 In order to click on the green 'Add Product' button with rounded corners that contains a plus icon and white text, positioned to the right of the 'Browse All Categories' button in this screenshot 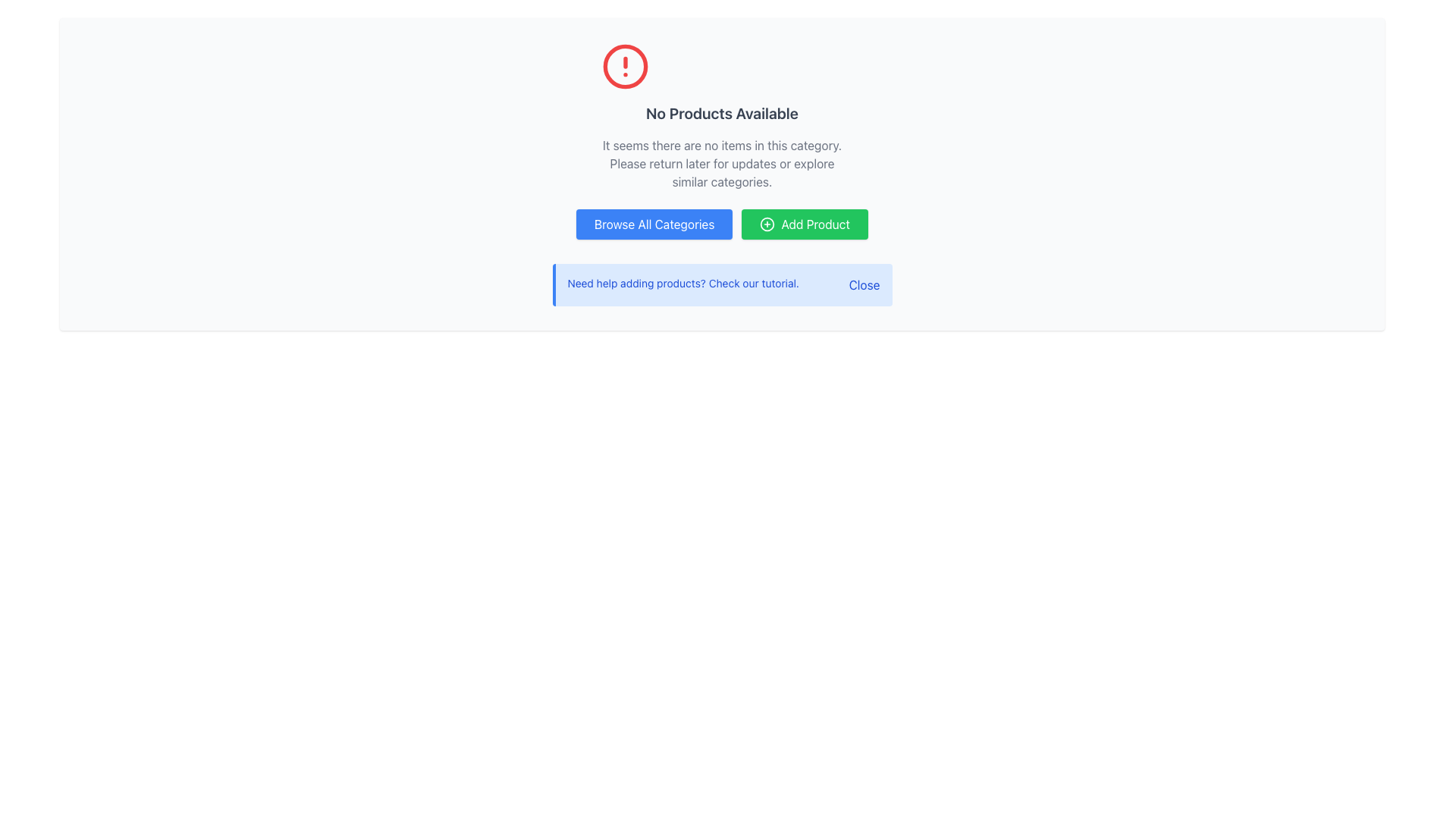, I will do `click(804, 224)`.